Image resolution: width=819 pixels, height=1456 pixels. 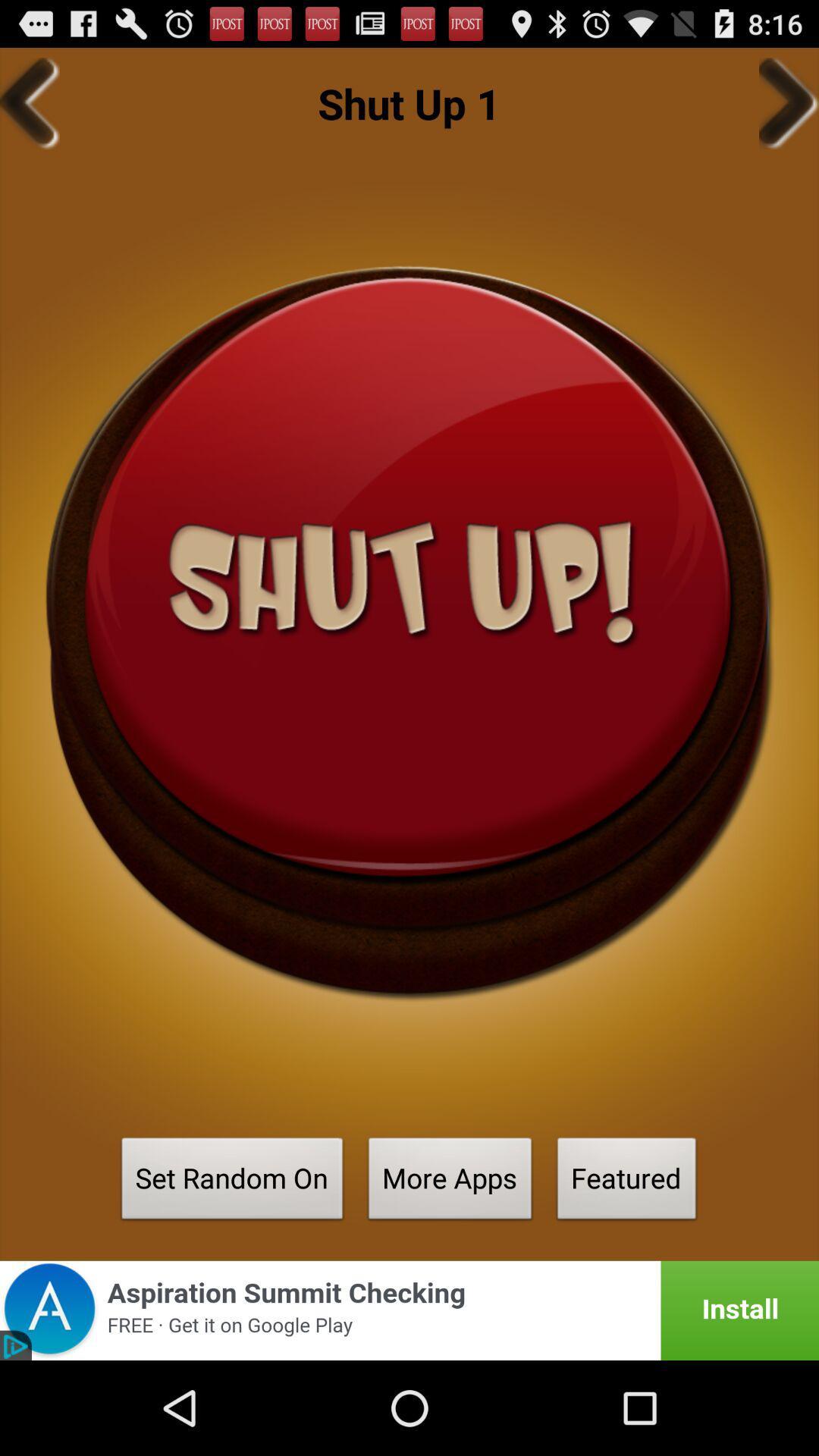 What do you see at coordinates (626, 1182) in the screenshot?
I see `featured button` at bounding box center [626, 1182].